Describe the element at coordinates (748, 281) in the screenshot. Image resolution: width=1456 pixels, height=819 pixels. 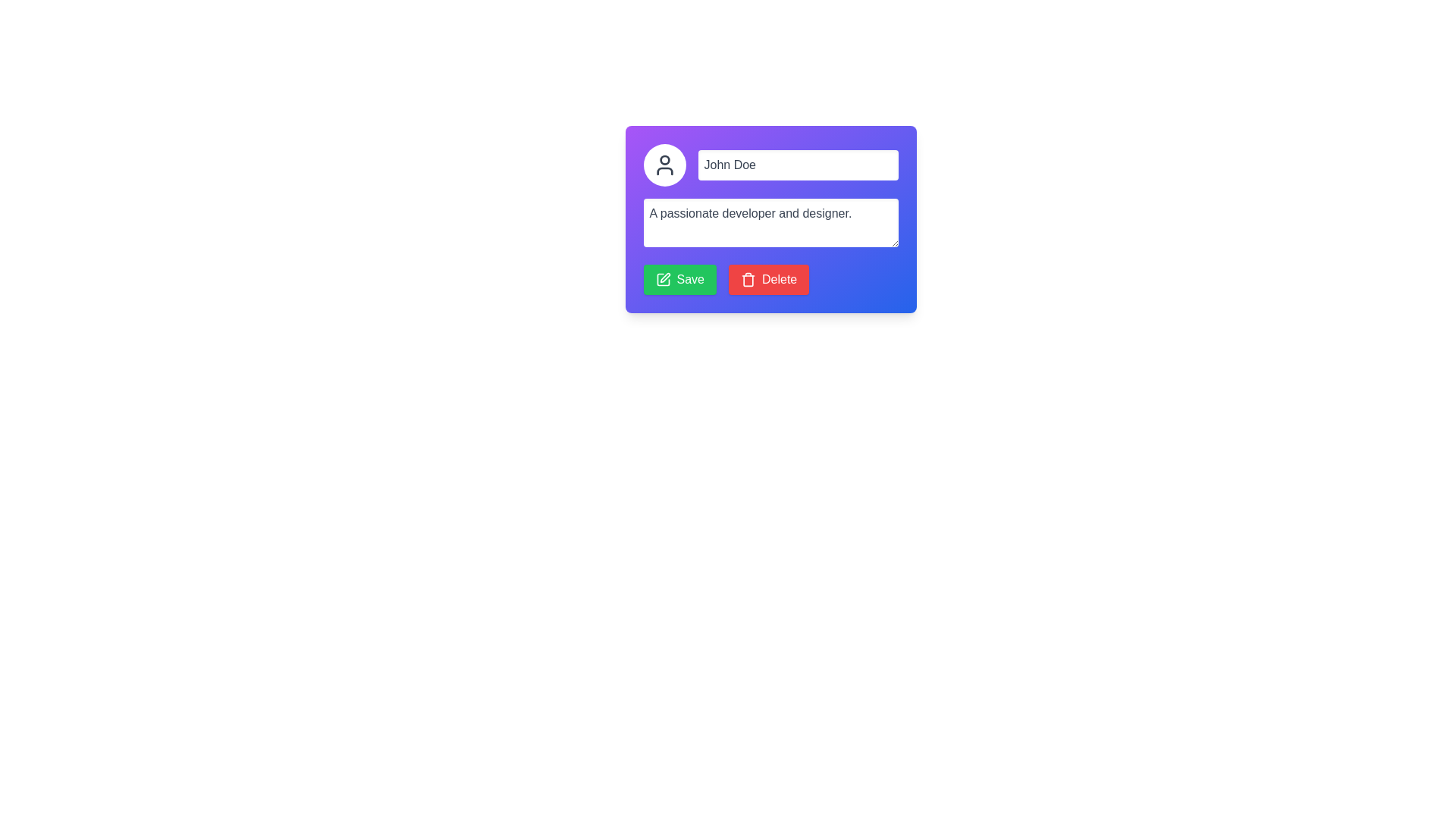
I see `the trash bin icon part within the 'Delete' button, which is represented by a rectangular outline` at that location.